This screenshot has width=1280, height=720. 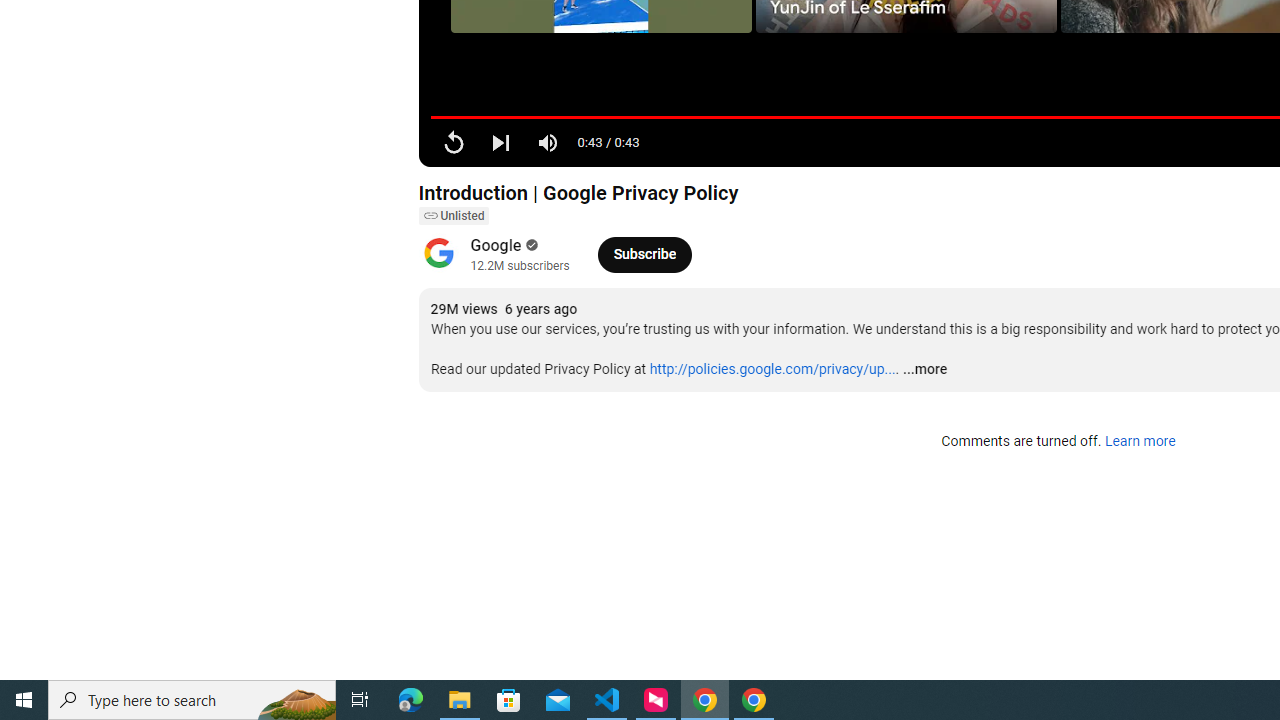 What do you see at coordinates (923, 370) in the screenshot?
I see `'...more'` at bounding box center [923, 370].